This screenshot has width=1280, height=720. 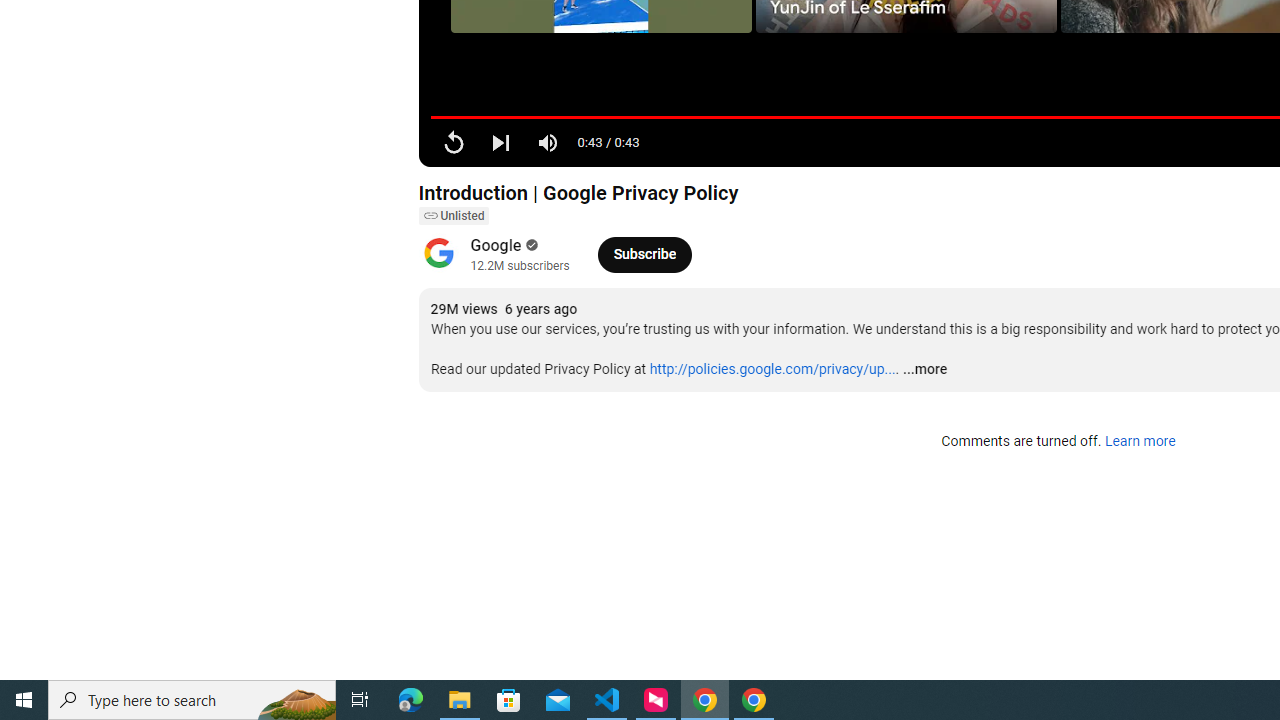 What do you see at coordinates (923, 370) in the screenshot?
I see `'...more'` at bounding box center [923, 370].